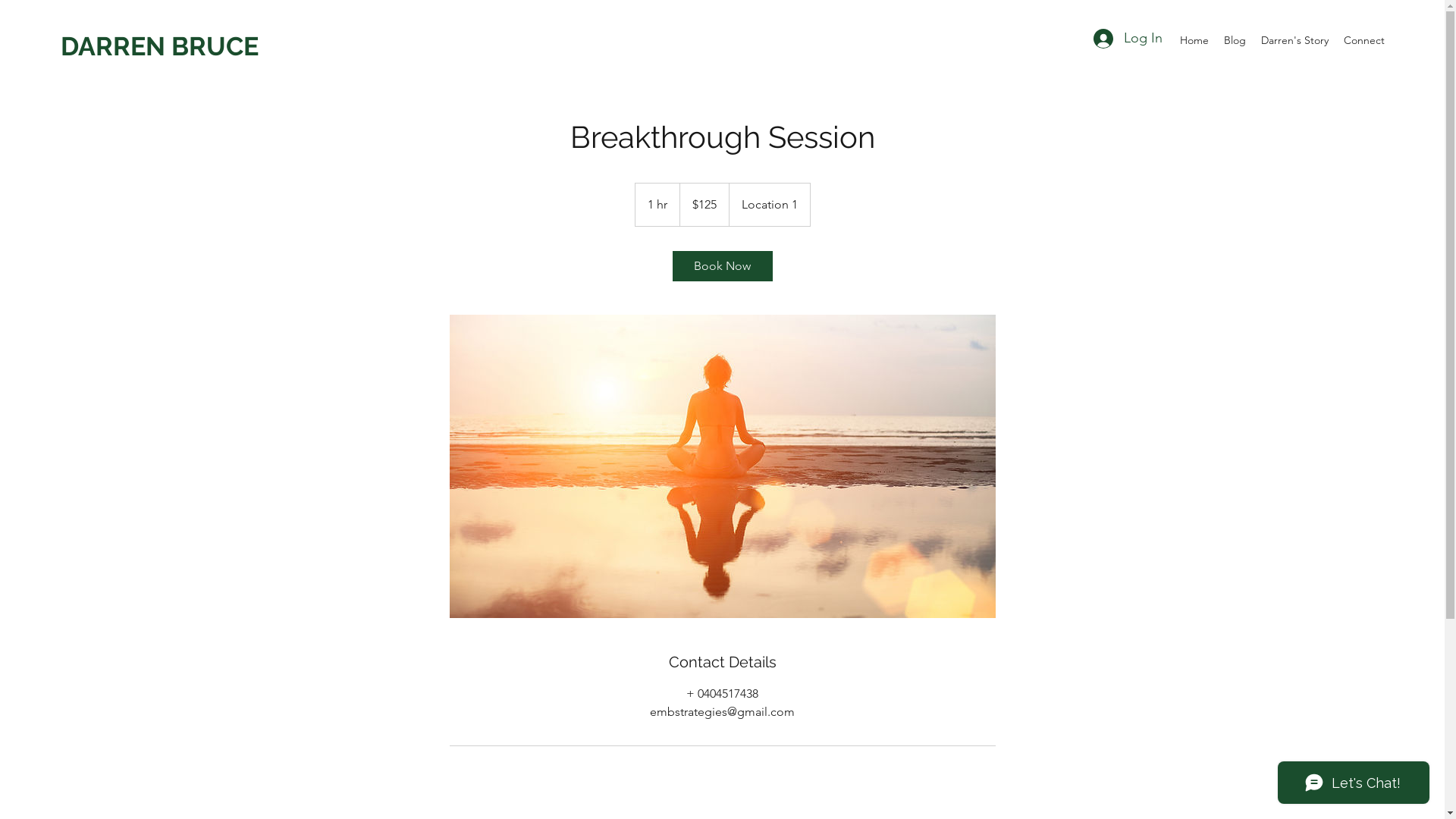 This screenshot has width=1456, height=819. What do you see at coordinates (1193, 39) in the screenshot?
I see `'Home'` at bounding box center [1193, 39].